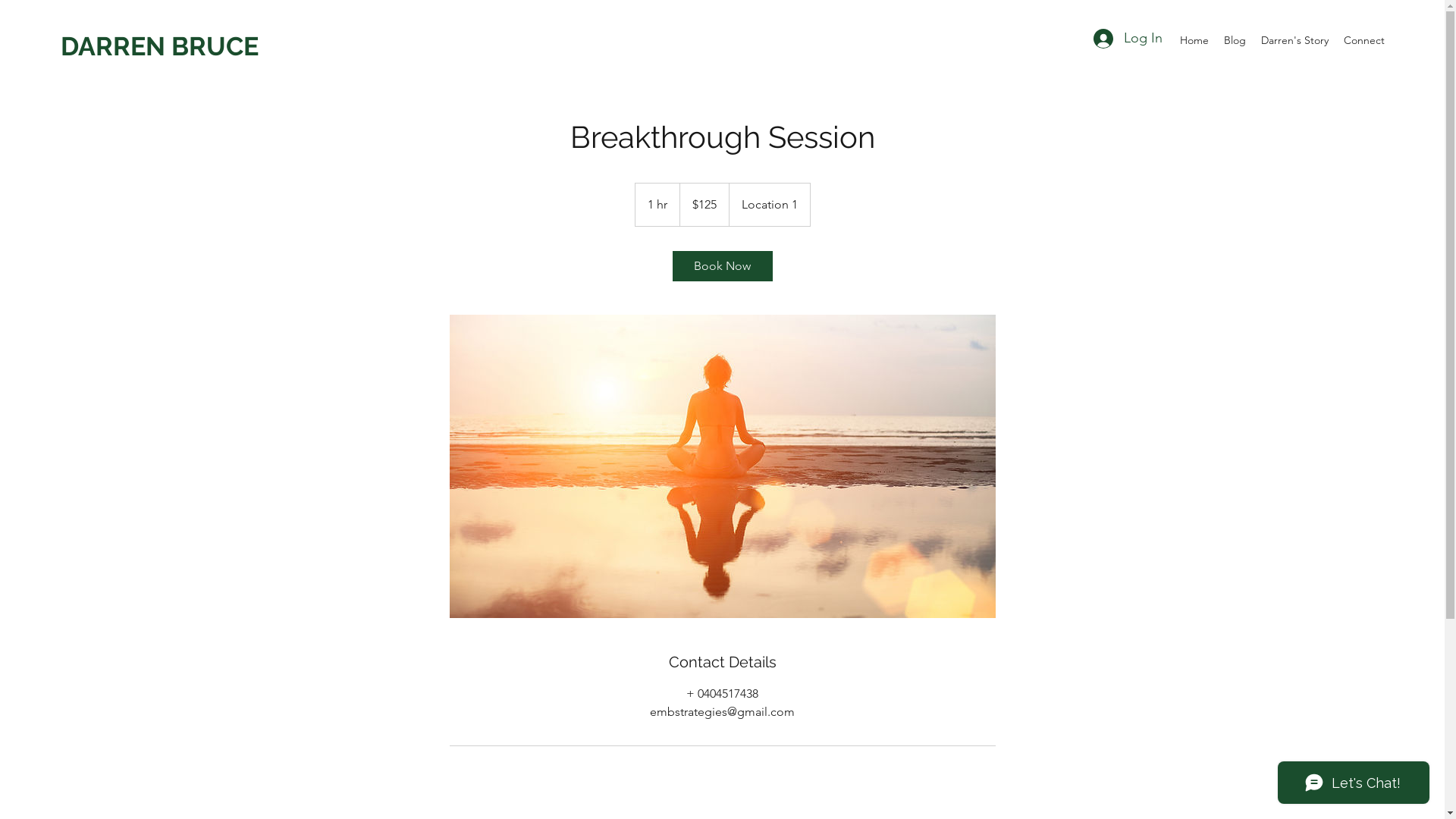 This screenshot has width=1456, height=819. What do you see at coordinates (1193, 39) in the screenshot?
I see `'Home'` at bounding box center [1193, 39].